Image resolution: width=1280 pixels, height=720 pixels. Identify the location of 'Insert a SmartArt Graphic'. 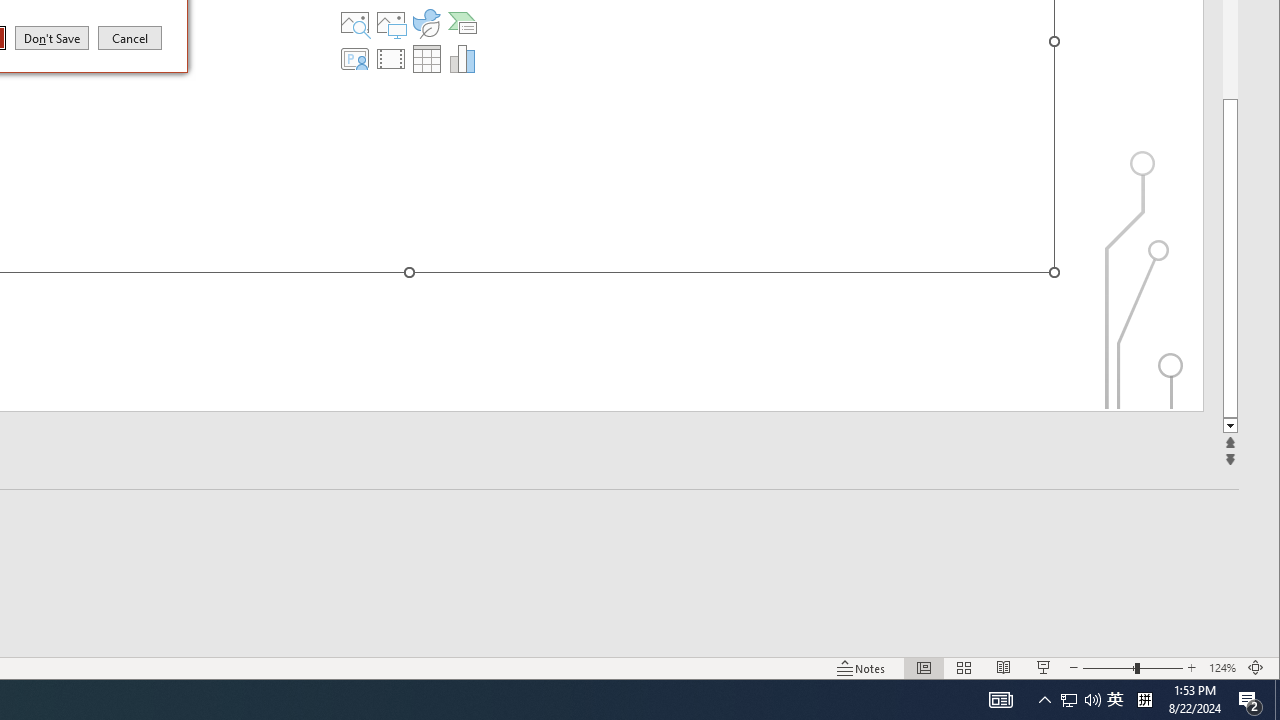
(461, 23).